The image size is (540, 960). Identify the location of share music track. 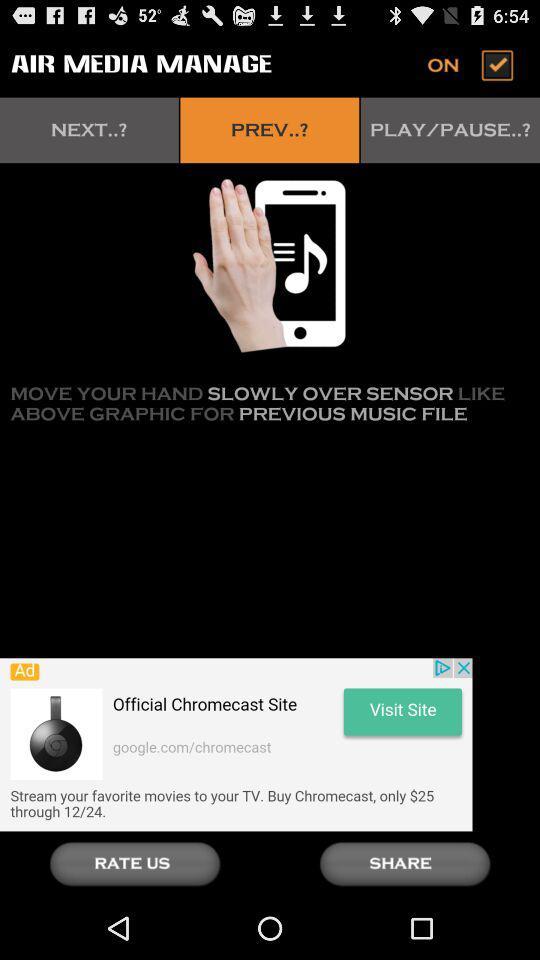
(405, 863).